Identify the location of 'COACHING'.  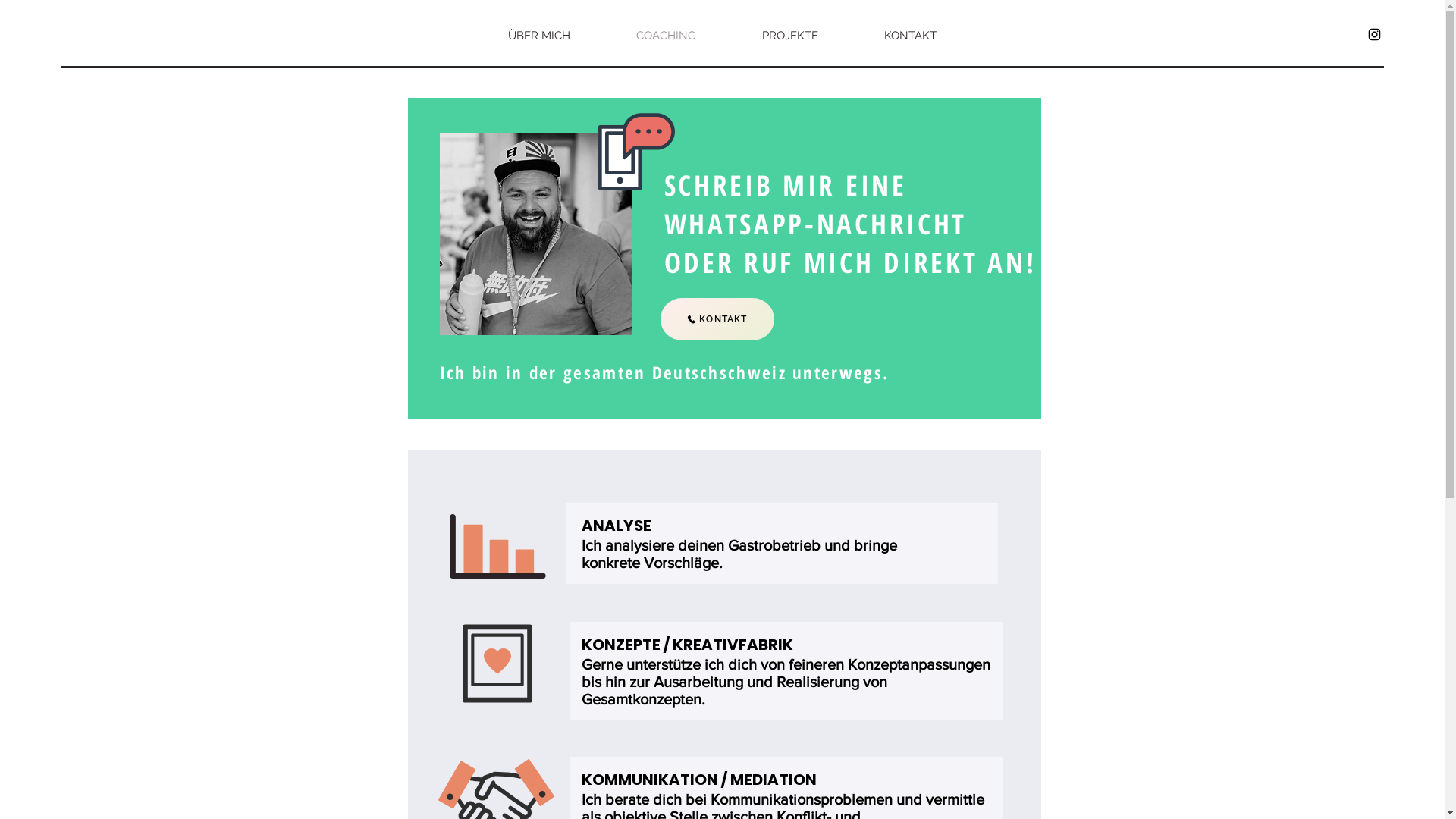
(666, 35).